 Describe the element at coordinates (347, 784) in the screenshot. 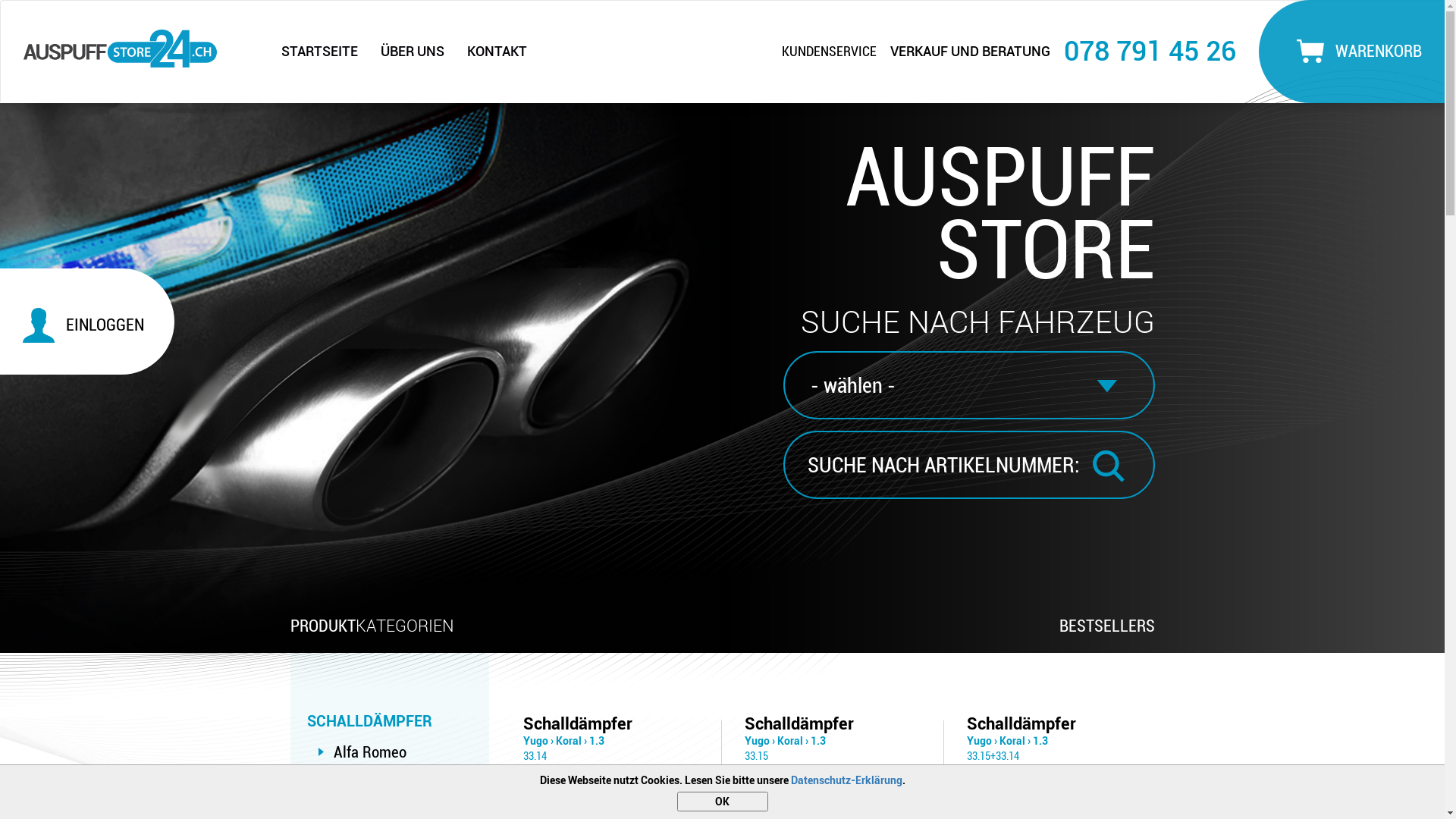

I see `'Audi'` at that location.